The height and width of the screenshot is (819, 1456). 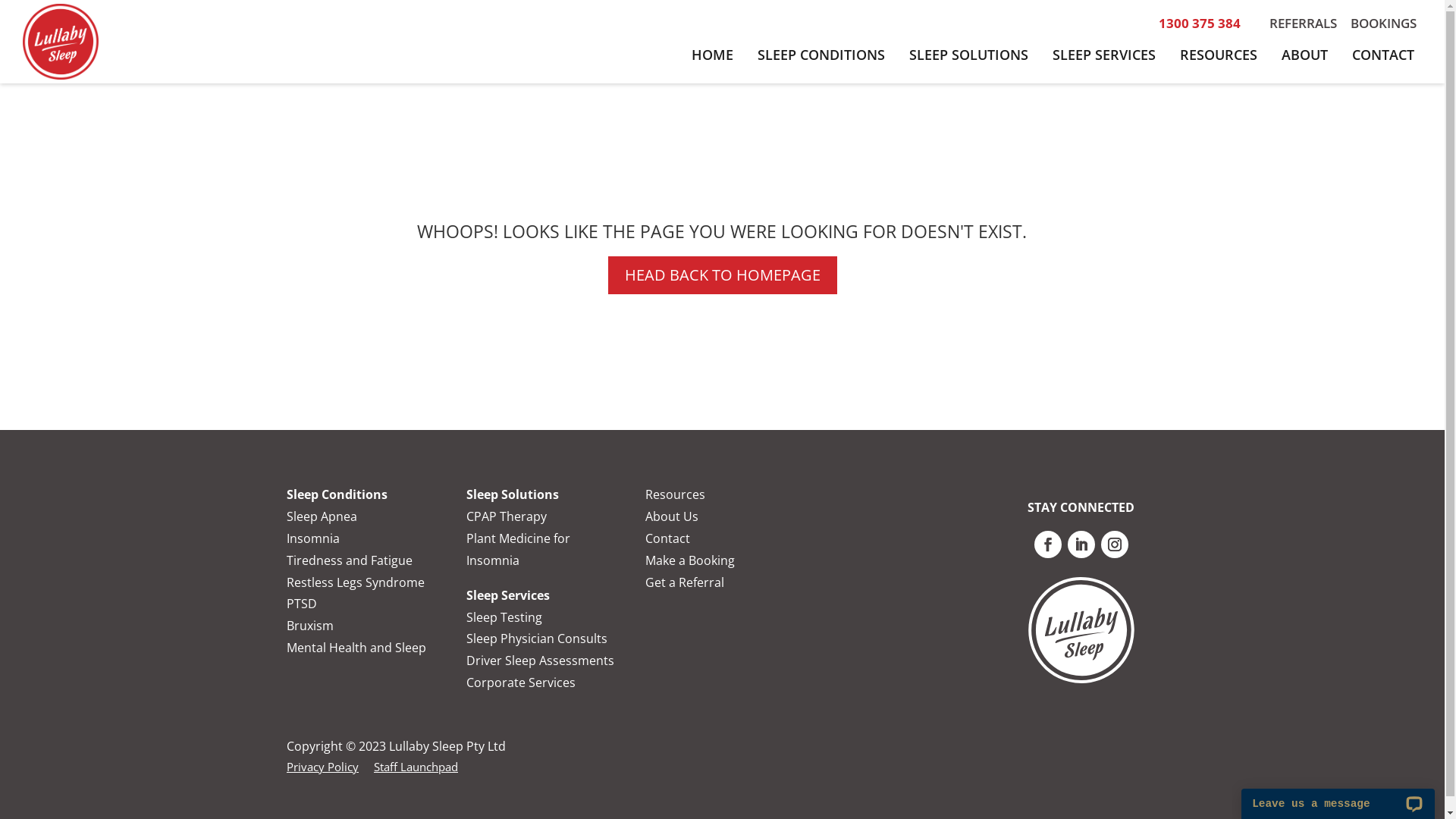 I want to click on 'Follow on Instagram', so click(x=1114, y=543).